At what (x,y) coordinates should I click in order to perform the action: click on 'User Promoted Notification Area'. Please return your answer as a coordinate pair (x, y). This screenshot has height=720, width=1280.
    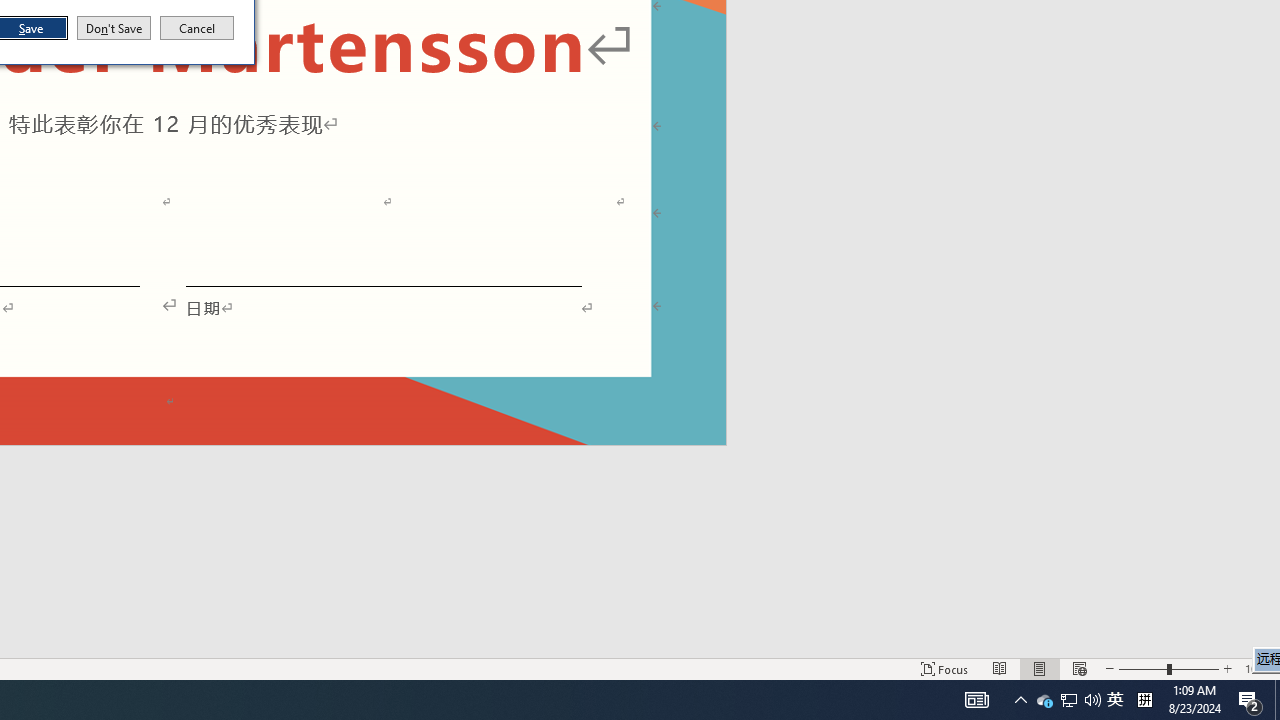
    Looking at the image, I should click on (1067, 698).